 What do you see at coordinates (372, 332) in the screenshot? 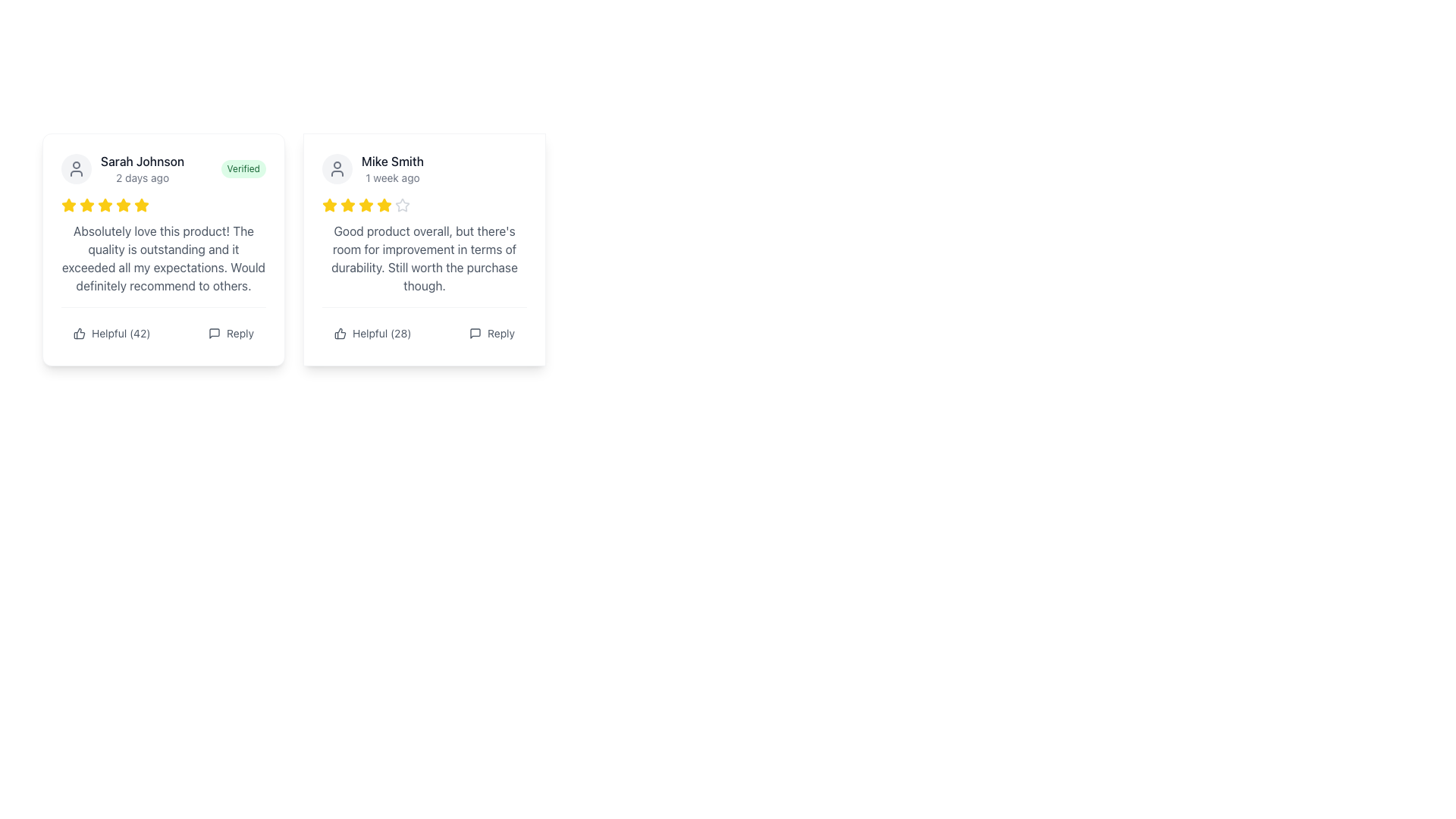
I see `'Helpful (28)' button, which is styled with a light gray background and contains a thumbs-up icon, positioned under the review text provided by 'Mike Smith'` at bounding box center [372, 332].